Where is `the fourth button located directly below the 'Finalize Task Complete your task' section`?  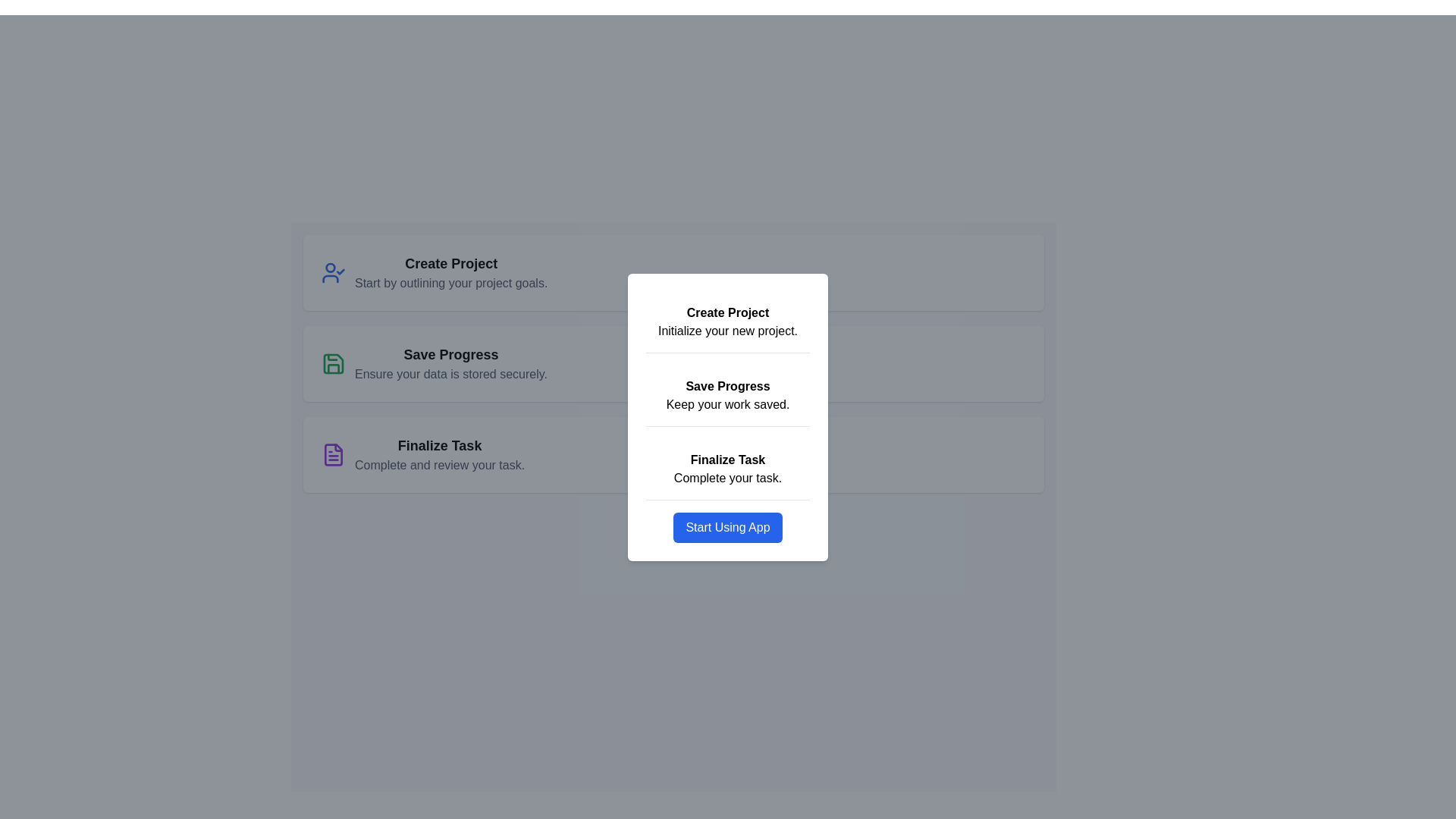 the fourth button located directly below the 'Finalize Task Complete your task' section is located at coordinates (728, 526).